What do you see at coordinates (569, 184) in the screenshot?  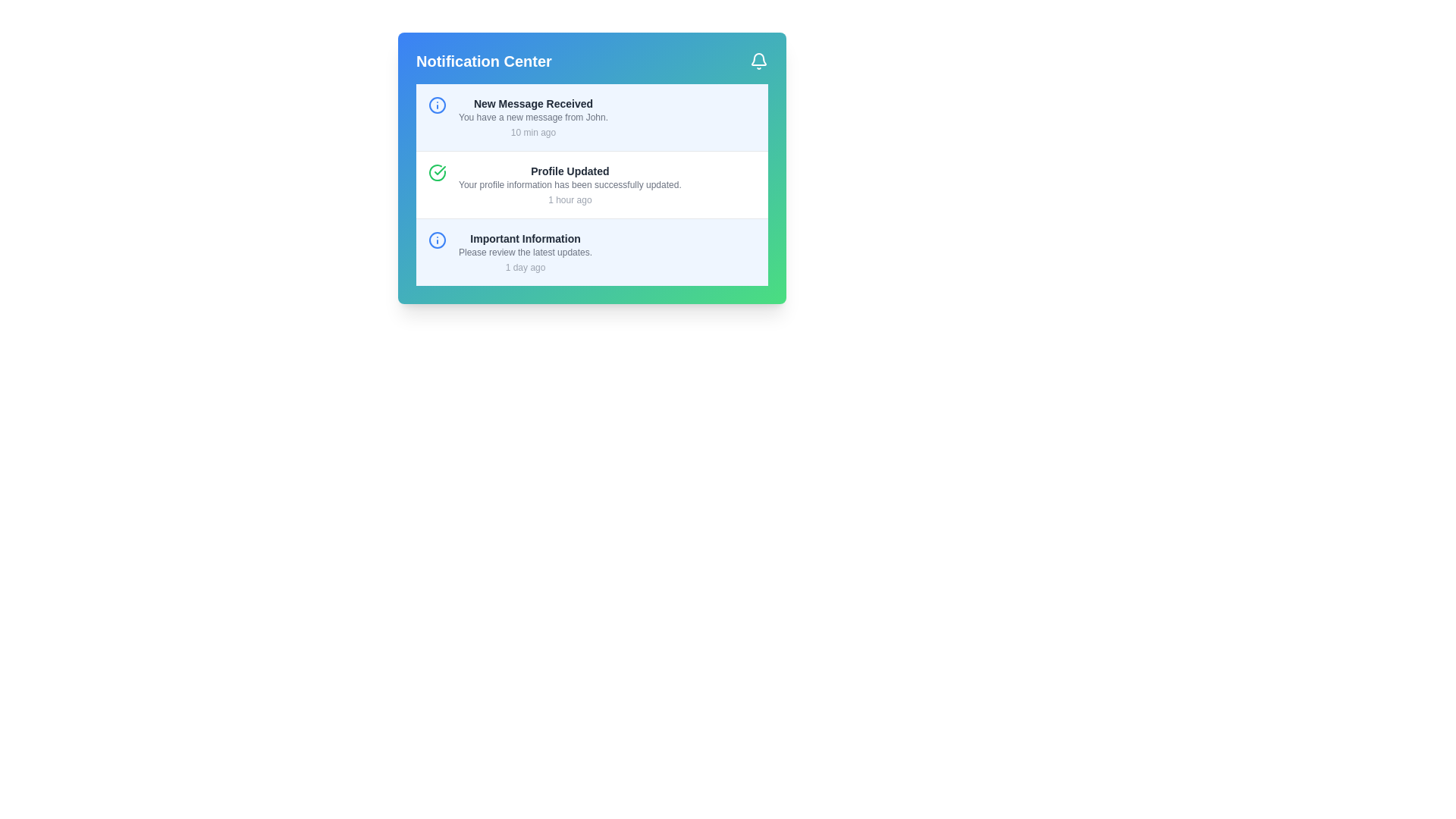 I see `message displayed in the text label that shows 'Your profile information has been successfully updated.', which is located in the notification card beneath the bold title 'Profile Updated'` at bounding box center [569, 184].